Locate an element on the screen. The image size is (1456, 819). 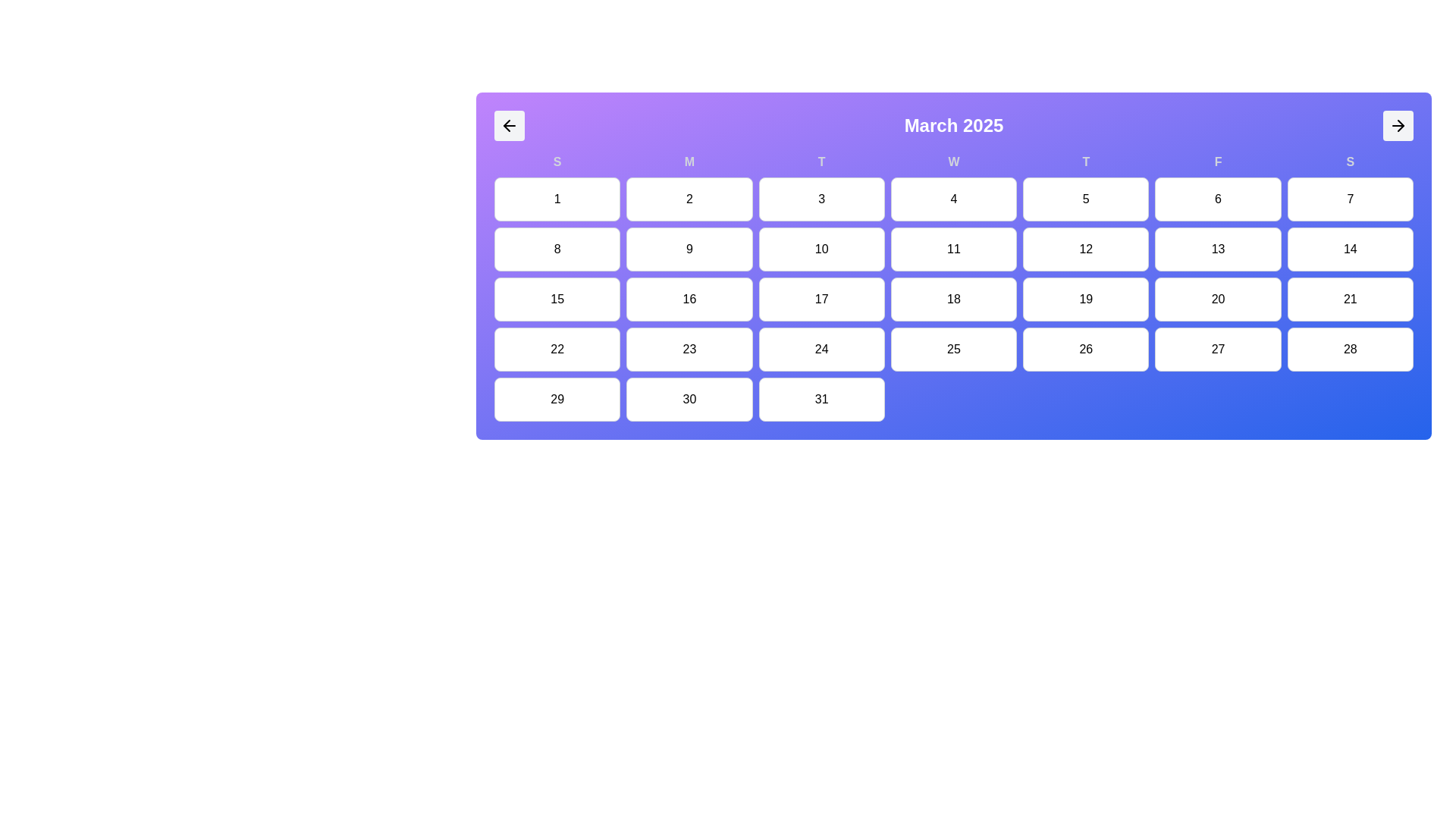
the Calendar day cell displaying the number '31' in the bottom row of the calendar grid under the Thursday column is located at coordinates (821, 399).